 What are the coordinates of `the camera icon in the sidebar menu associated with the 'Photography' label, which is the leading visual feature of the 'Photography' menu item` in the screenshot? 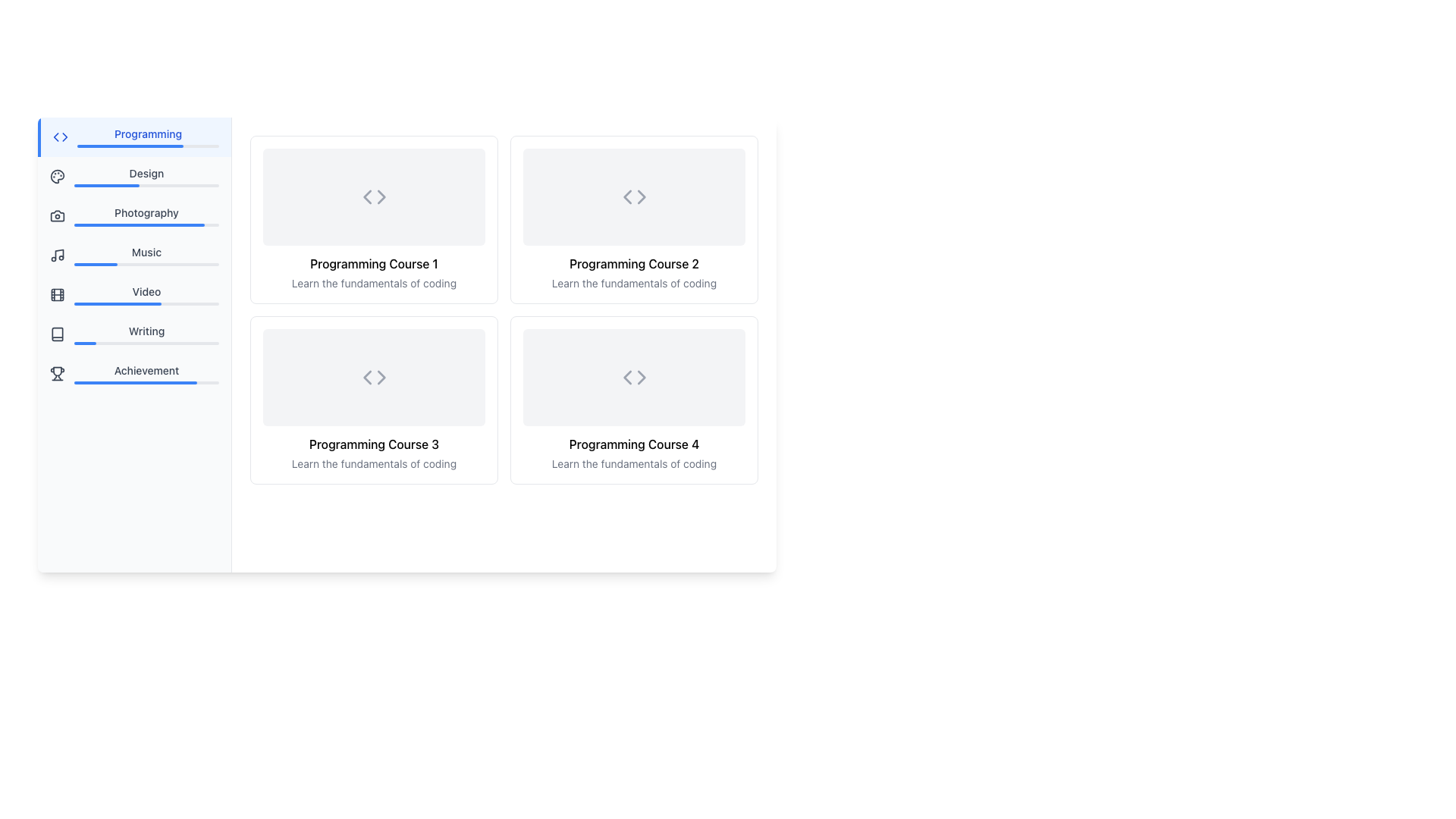 It's located at (58, 216).